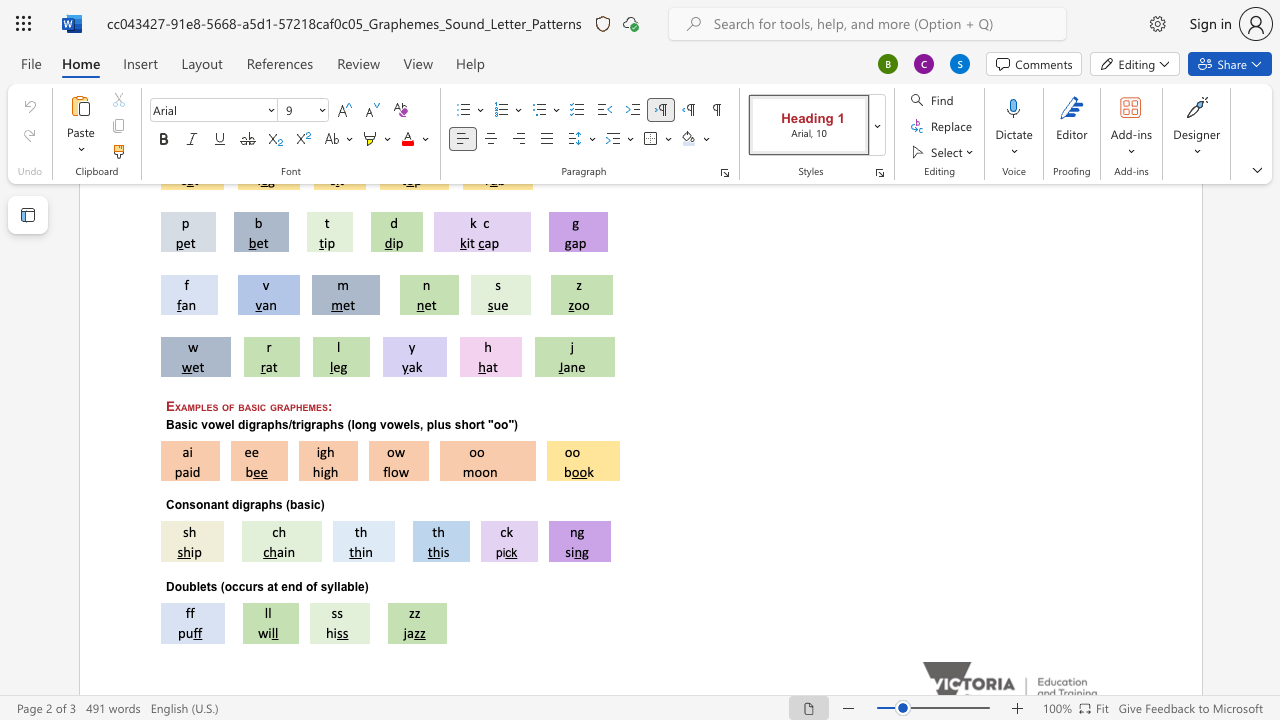 The height and width of the screenshot is (720, 1280). Describe the element at coordinates (226, 504) in the screenshot. I see `the 1th character "t" in the text` at that location.